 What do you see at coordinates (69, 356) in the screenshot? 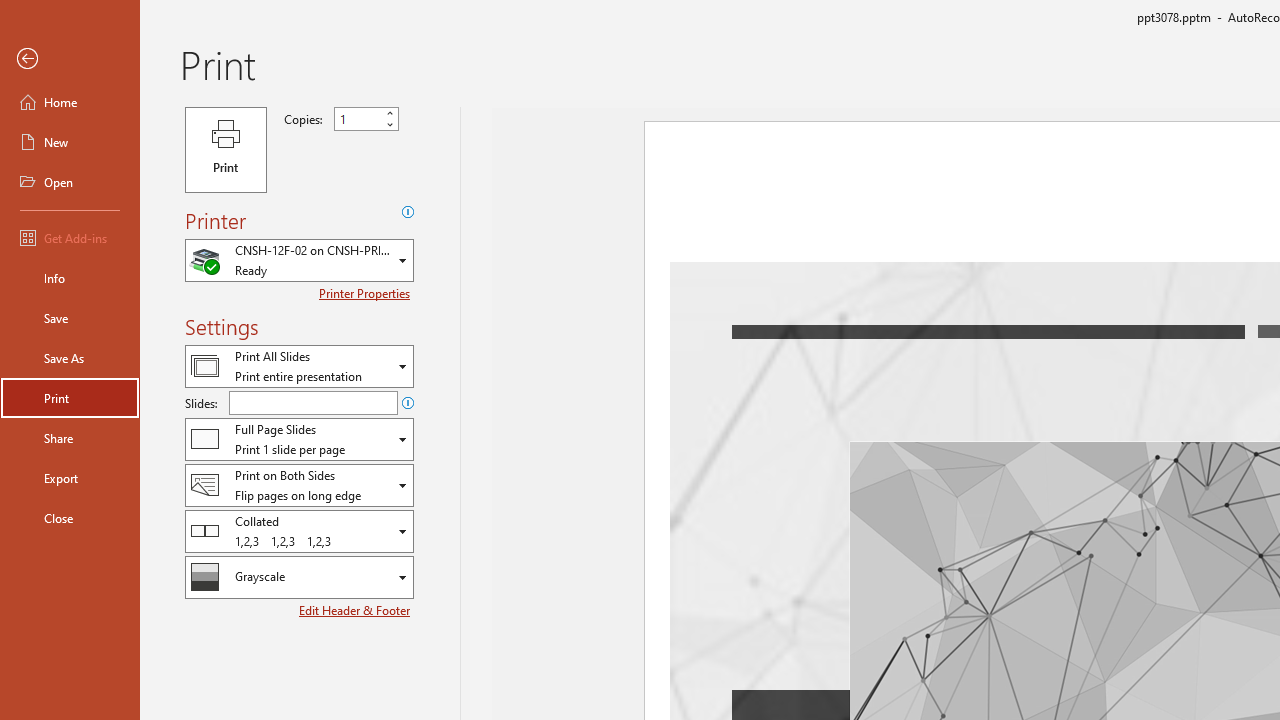
I see `'Save As'` at bounding box center [69, 356].